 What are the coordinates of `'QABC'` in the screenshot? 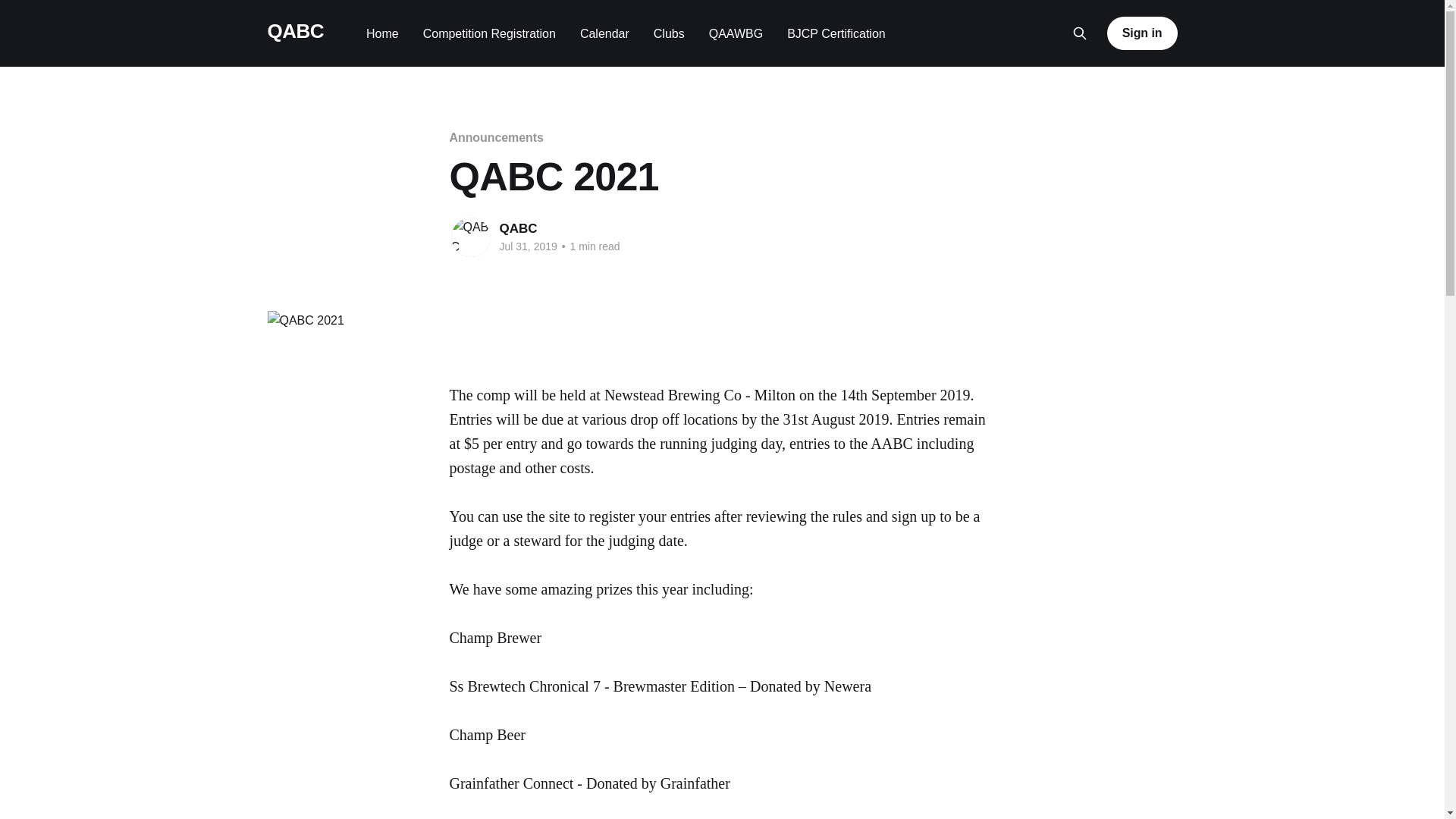 It's located at (294, 31).